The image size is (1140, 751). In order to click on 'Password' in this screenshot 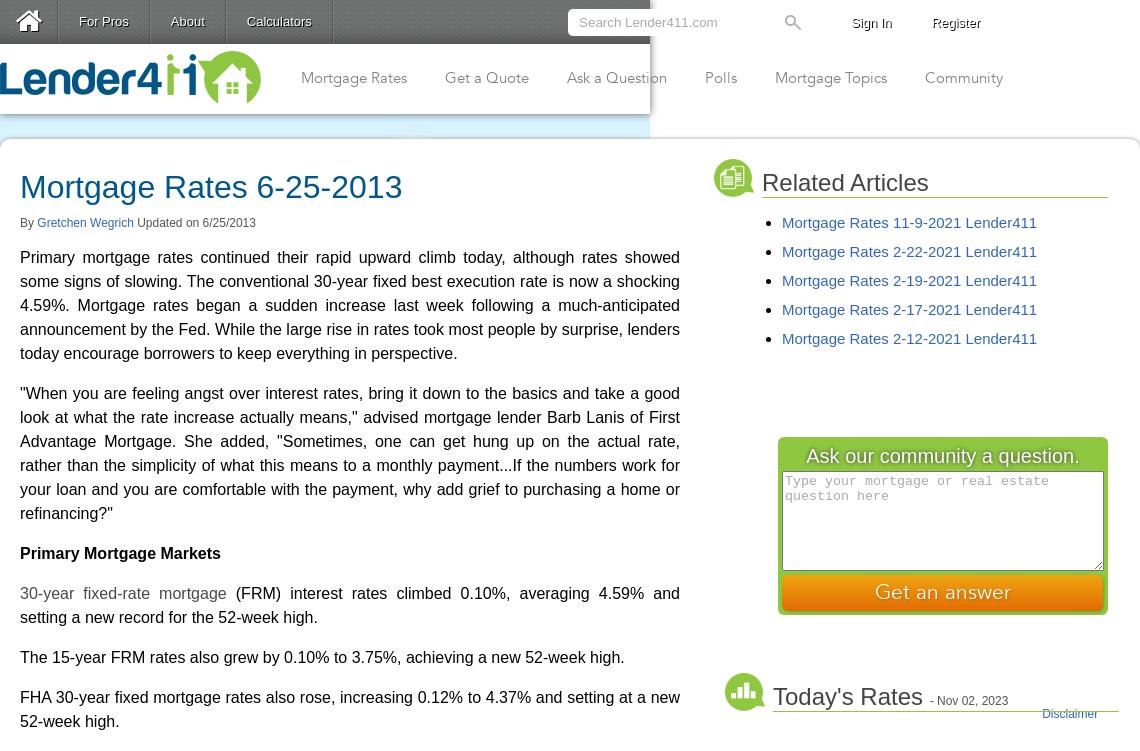, I will do `click(113, 239)`.